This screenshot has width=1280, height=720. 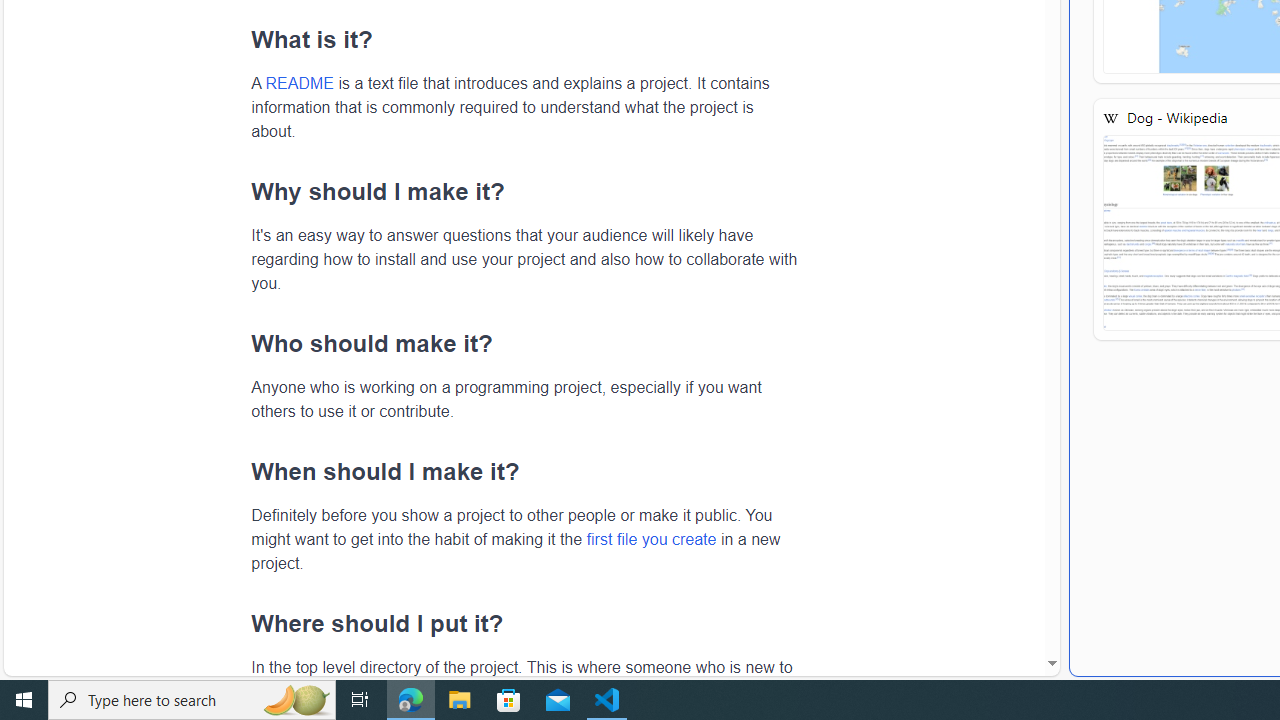 I want to click on 'README', so click(x=298, y=82).